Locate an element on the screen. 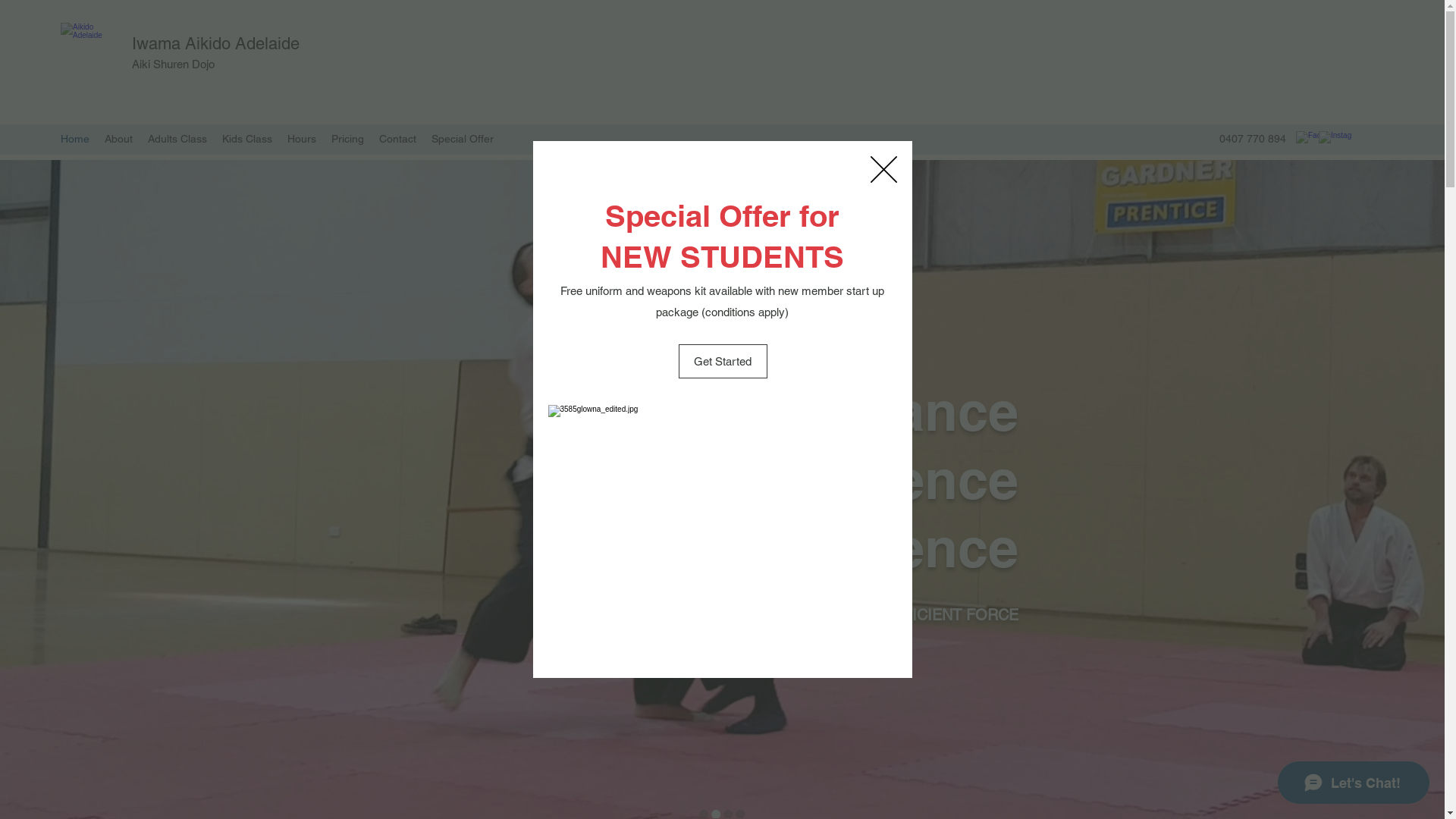  'Adults Class' is located at coordinates (177, 138).